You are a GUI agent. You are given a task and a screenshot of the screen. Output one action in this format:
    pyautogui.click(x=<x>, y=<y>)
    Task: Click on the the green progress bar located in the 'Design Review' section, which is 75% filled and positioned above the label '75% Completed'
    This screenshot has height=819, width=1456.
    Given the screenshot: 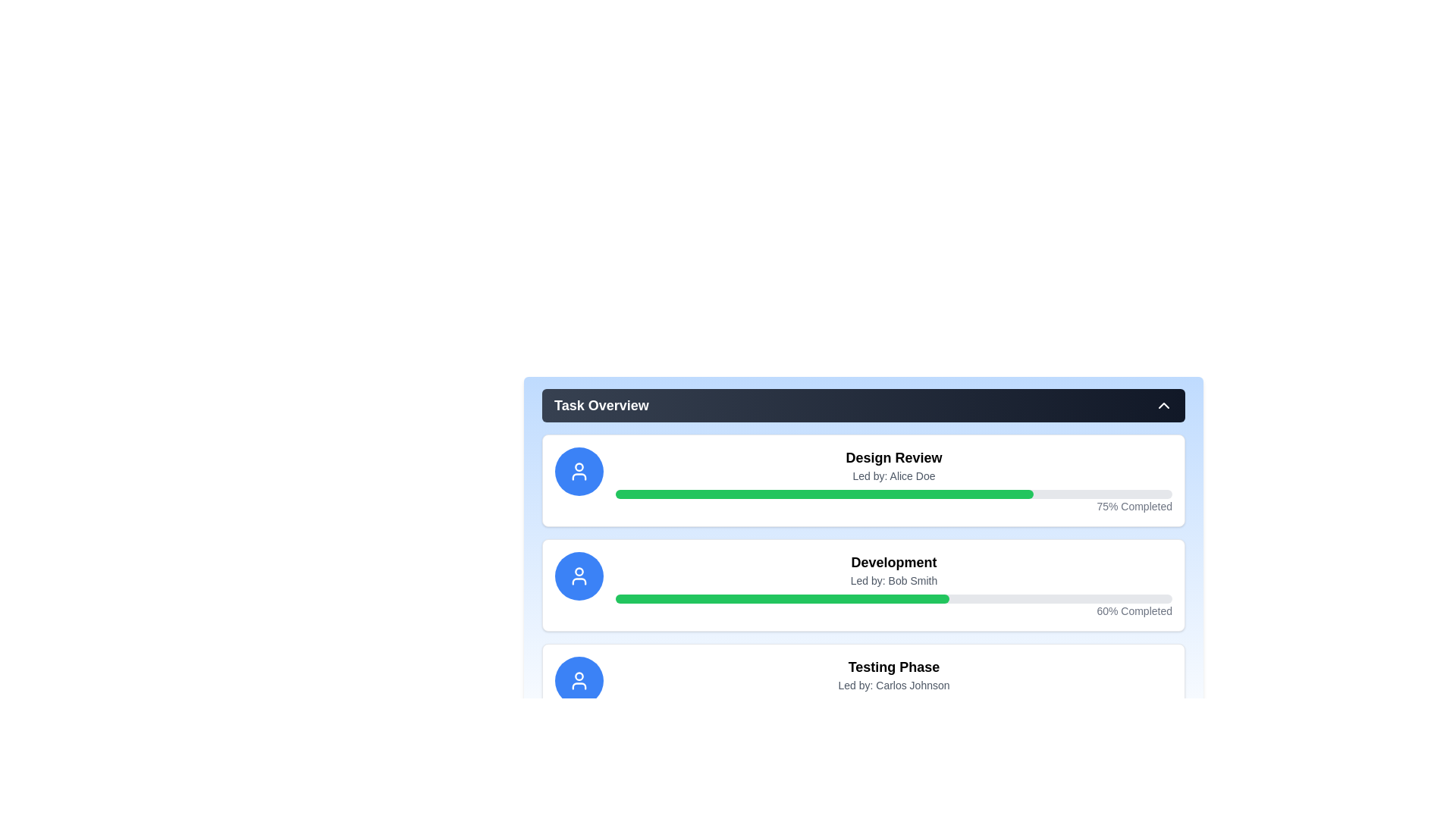 What is the action you would take?
    pyautogui.click(x=824, y=494)
    